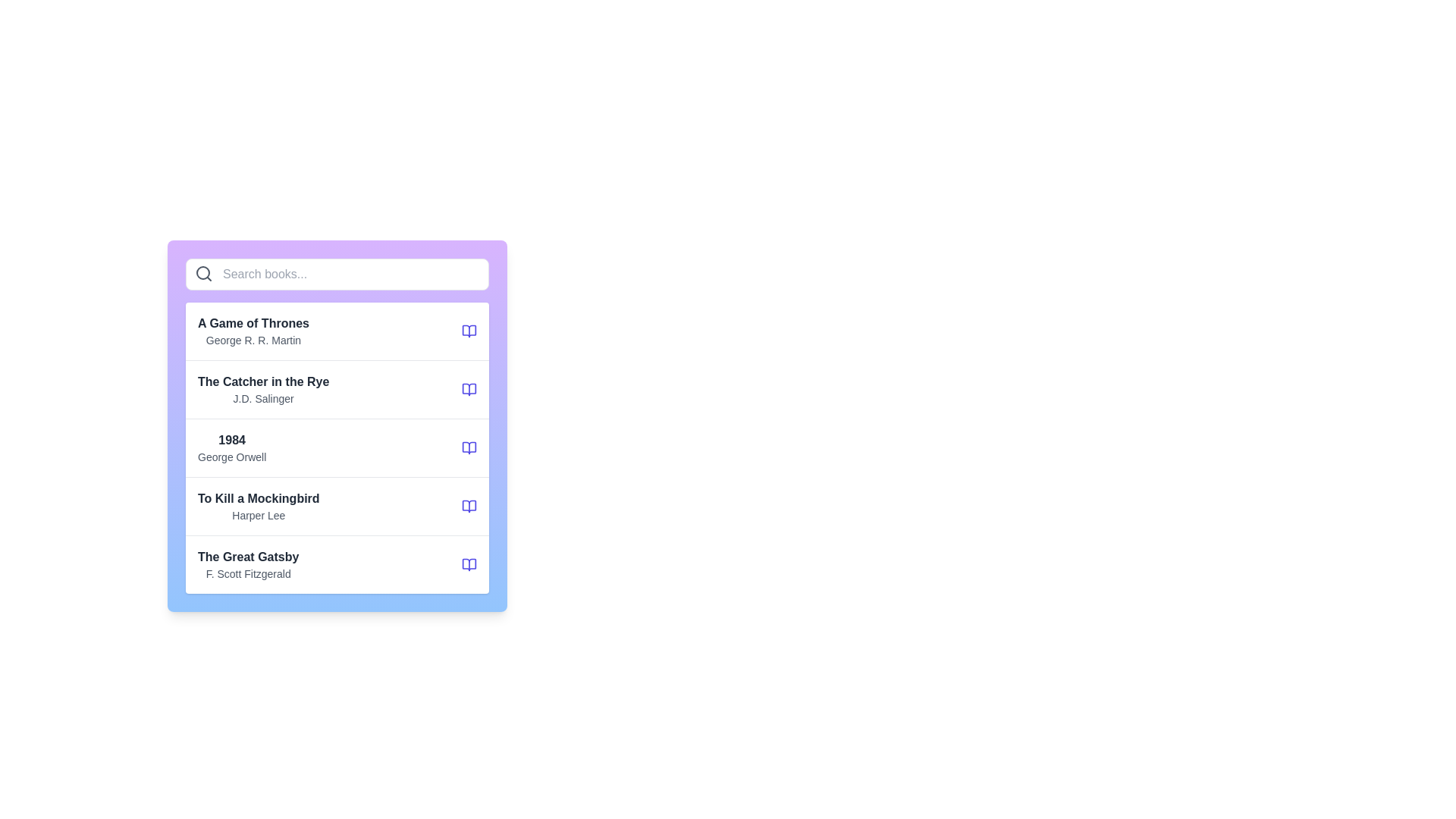 This screenshot has height=819, width=1456. I want to click on the decorative book icon located to the right of the title 'The Catcher in the Rye' in the vertical list, so click(469, 388).